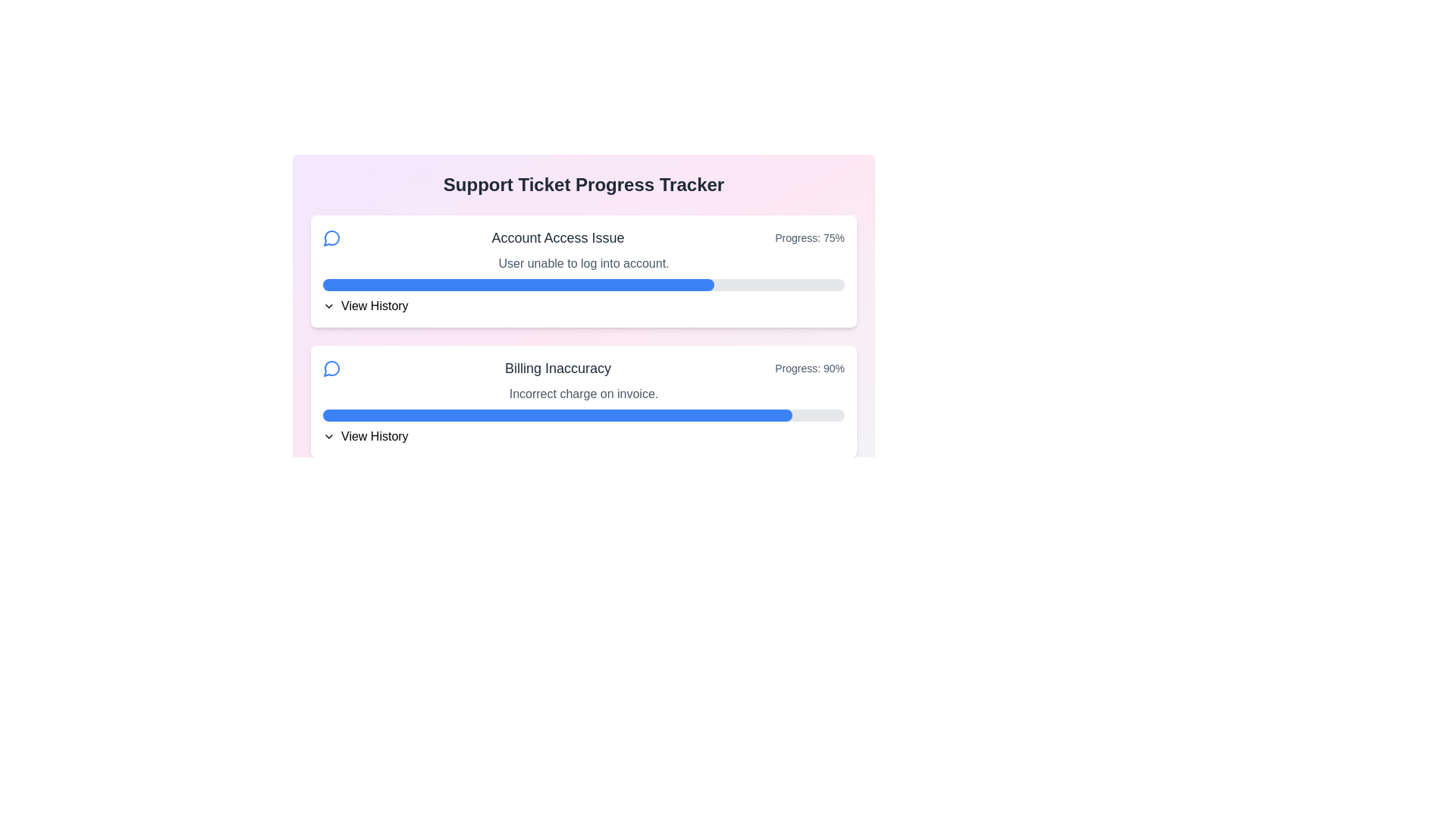  I want to click on the progress indicator bar, which is a horizontally elongated blue bar with rounded ends, located under the 'Billing Inaccuracy' title in the second card of the interface, so click(557, 415).